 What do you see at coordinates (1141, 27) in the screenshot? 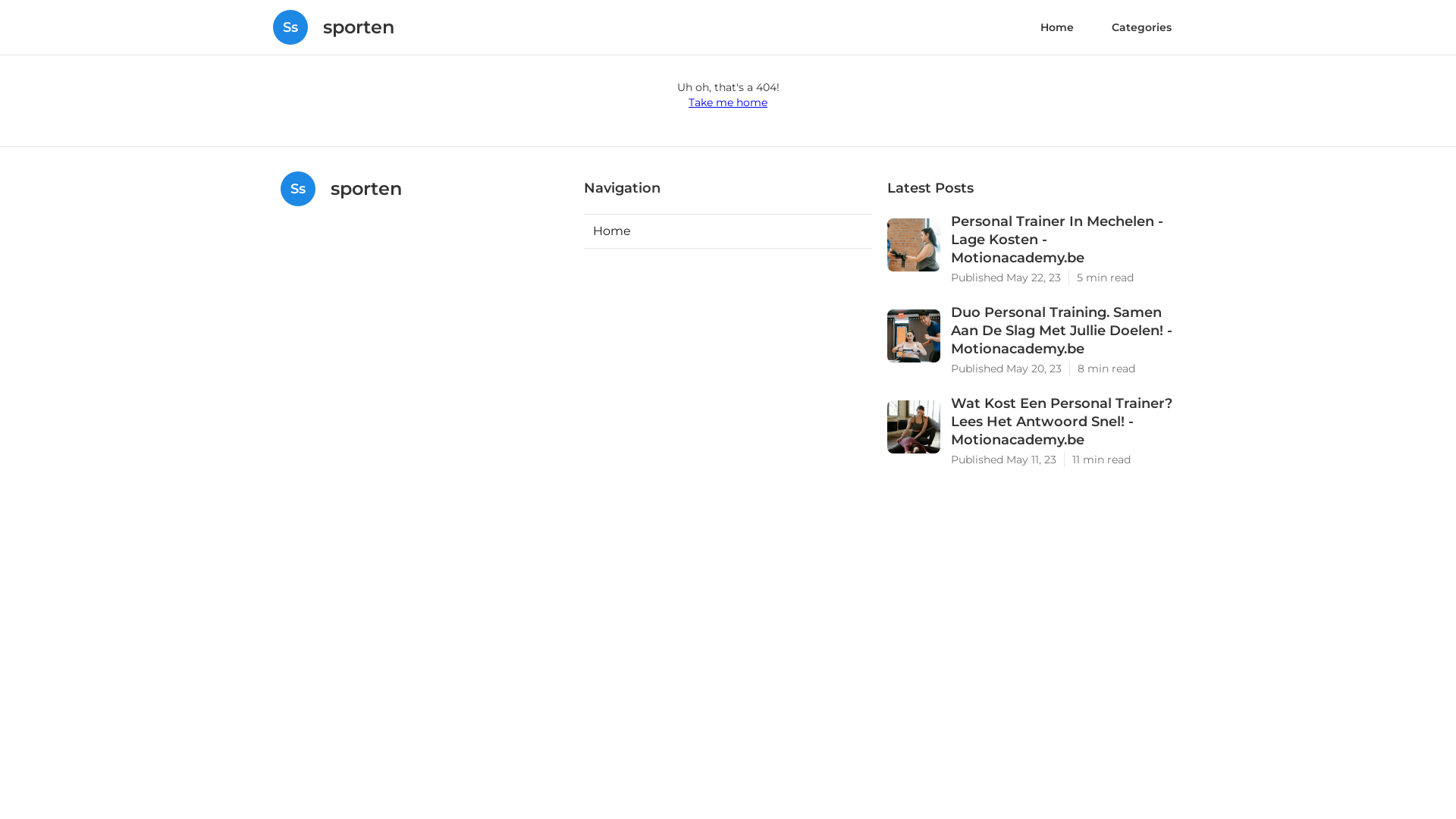
I see `'Categories'` at bounding box center [1141, 27].